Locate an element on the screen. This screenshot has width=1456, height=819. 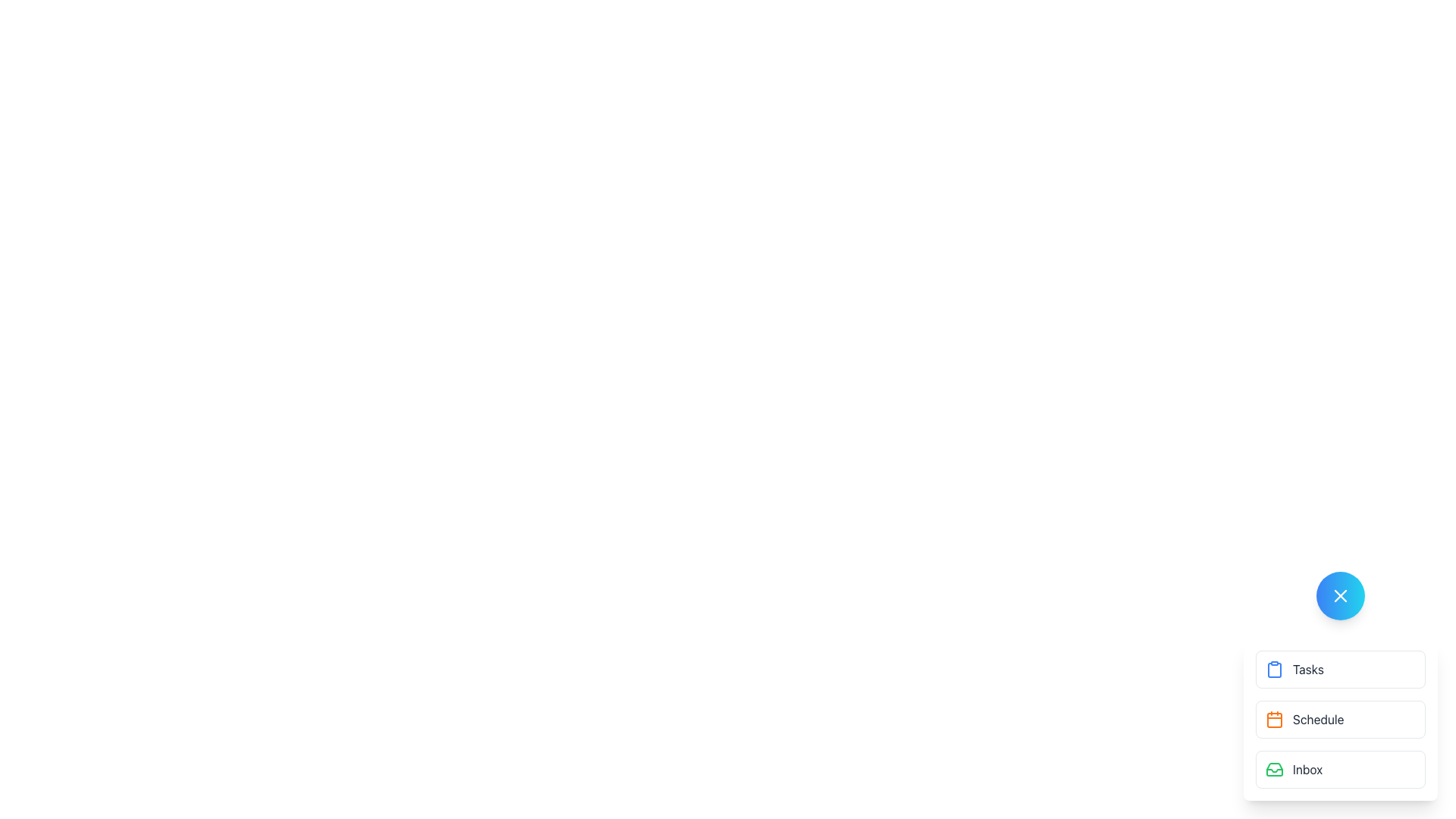
the orange calendar icon located to the left of the 'Schedule' text is located at coordinates (1274, 718).